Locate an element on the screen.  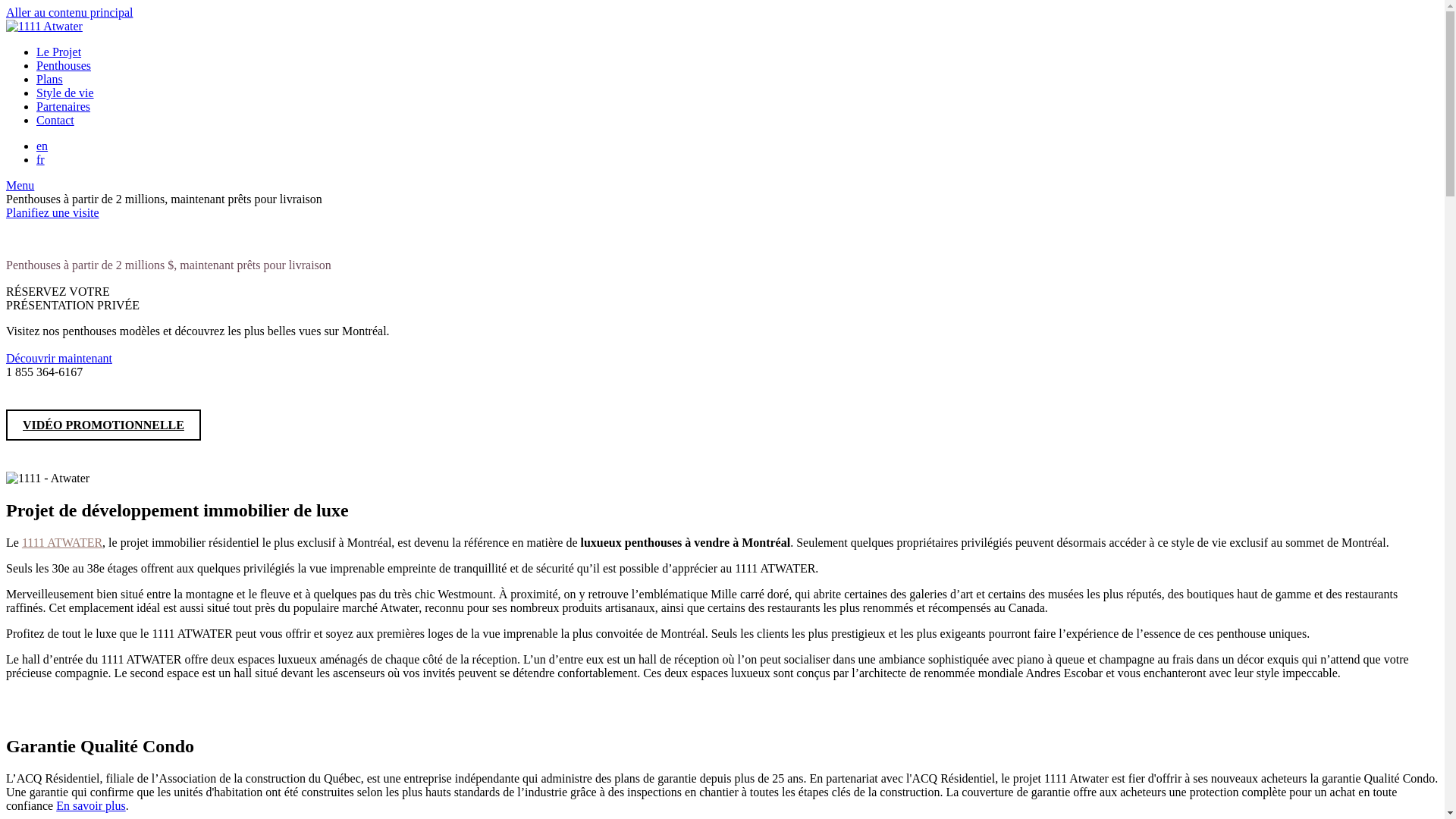
'Le Projet' is located at coordinates (58, 51).